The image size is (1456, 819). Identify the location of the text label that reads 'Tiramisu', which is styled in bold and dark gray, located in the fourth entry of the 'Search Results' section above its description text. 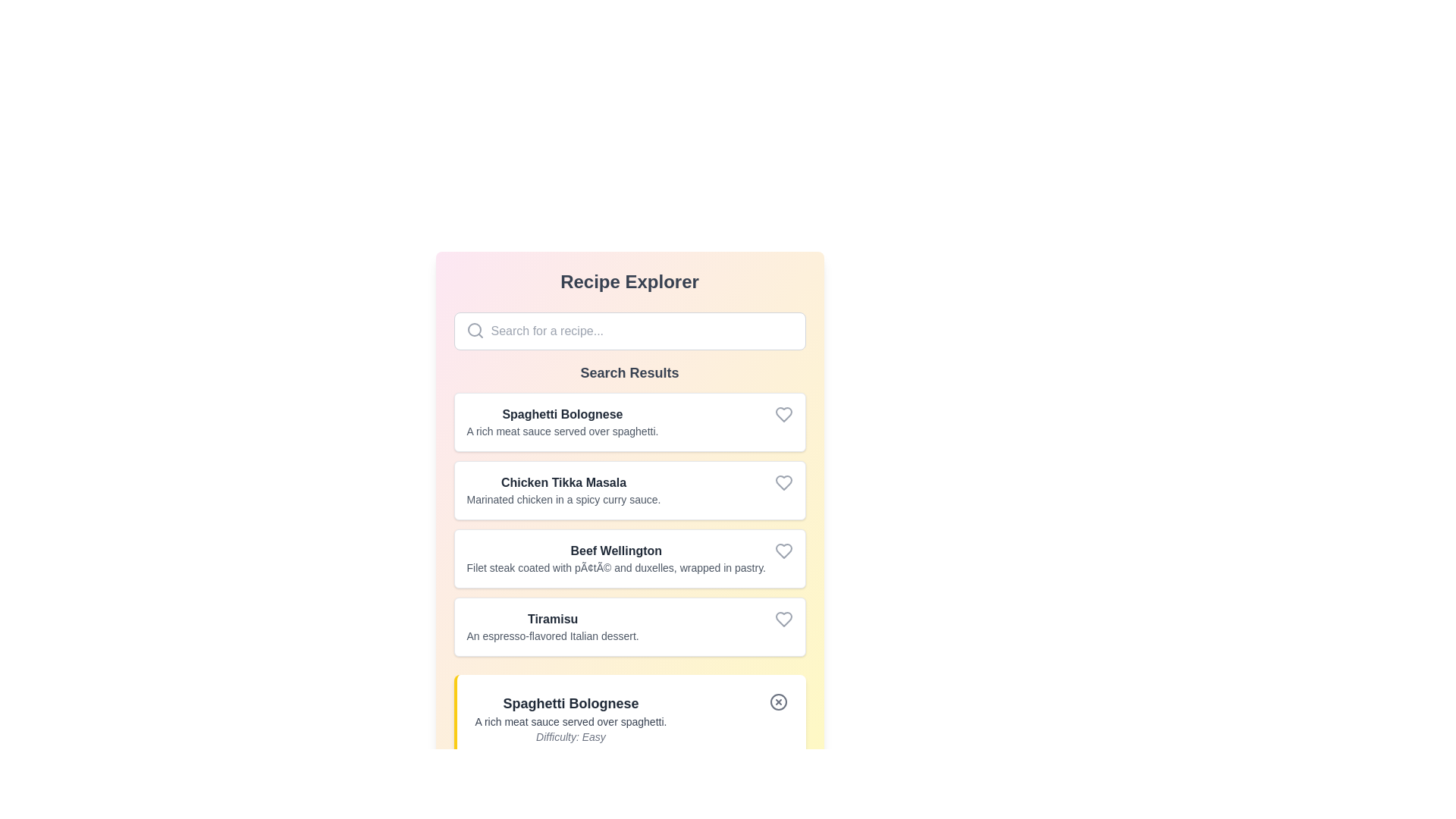
(552, 620).